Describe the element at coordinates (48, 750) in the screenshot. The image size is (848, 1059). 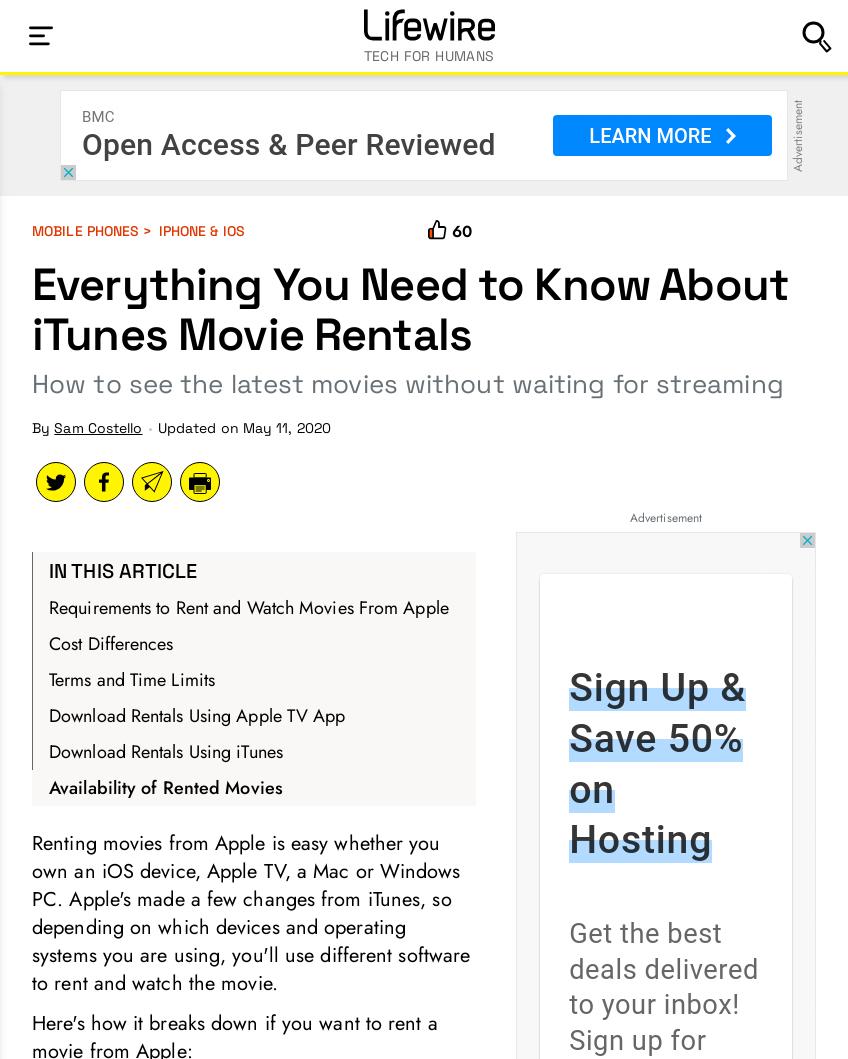
I see `'Download Rentals Using iTunes'` at that location.